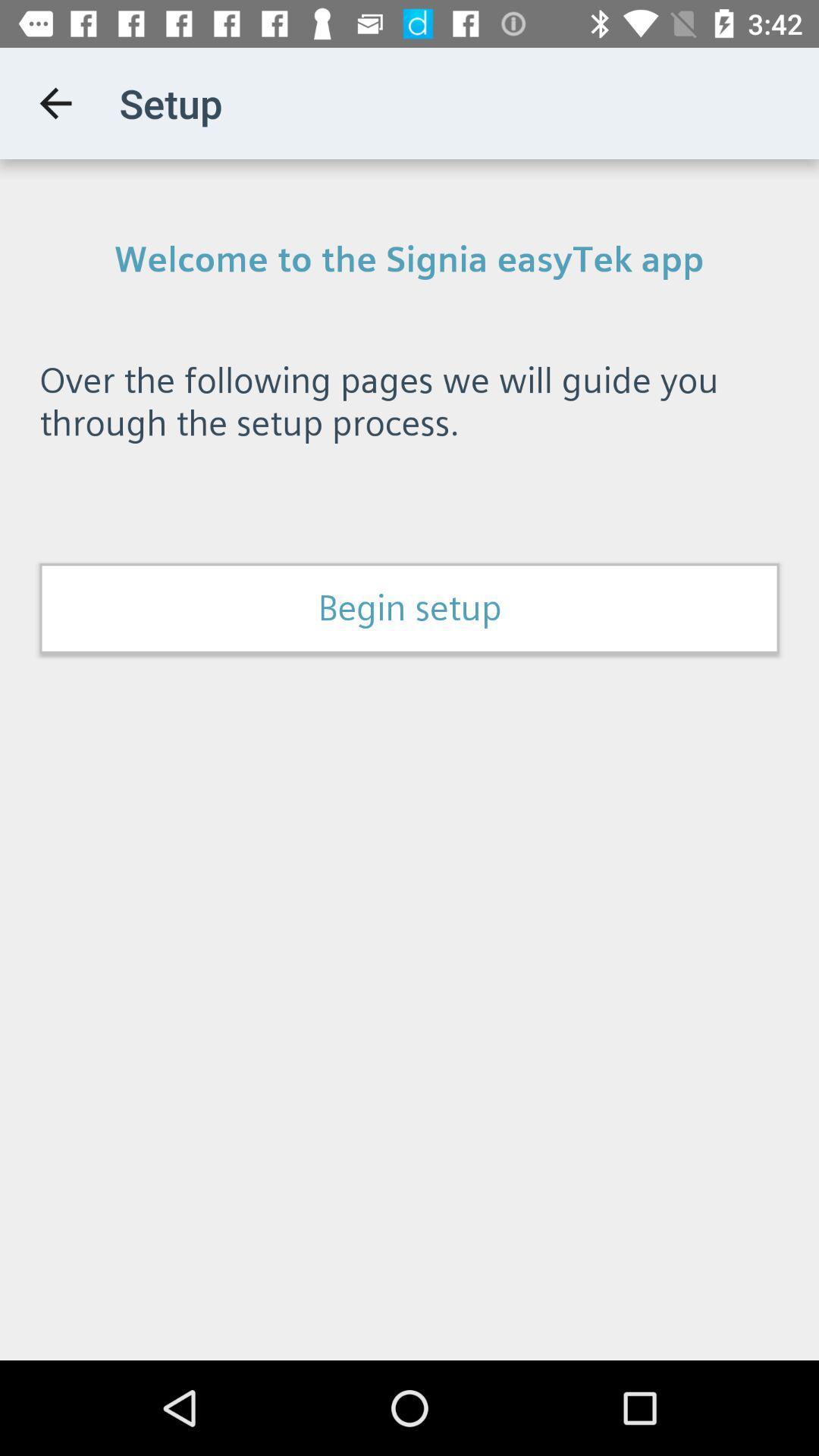 The width and height of the screenshot is (819, 1456). Describe the element at coordinates (409, 608) in the screenshot. I see `item below the over the following item` at that location.